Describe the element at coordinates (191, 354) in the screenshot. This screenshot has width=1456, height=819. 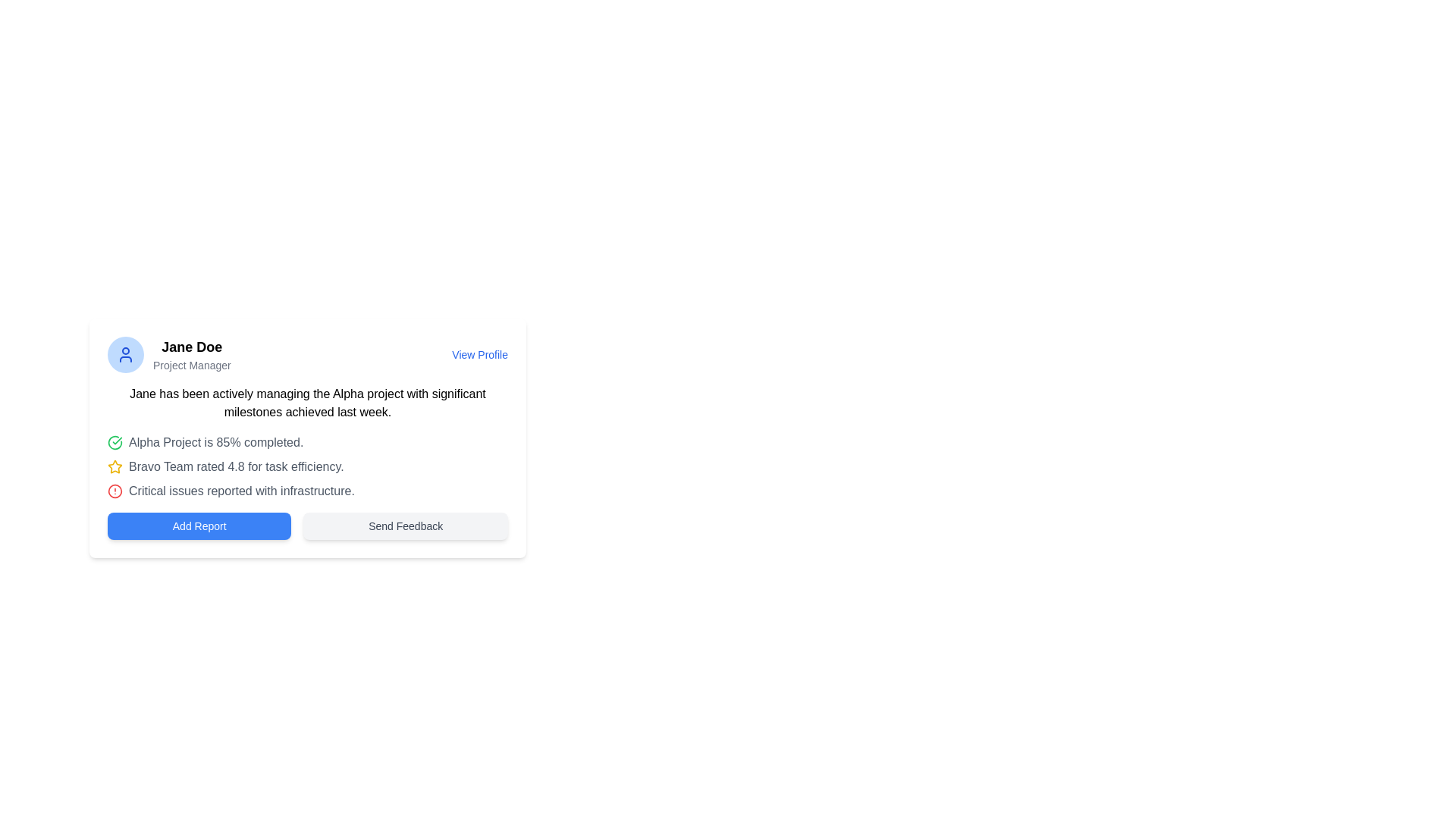
I see `the text-based label displaying 'Jane Doe' and 'Project Manager' which is centrally aligned and styled in bold and gray fonts, located at the top left area of the main content card` at that location.